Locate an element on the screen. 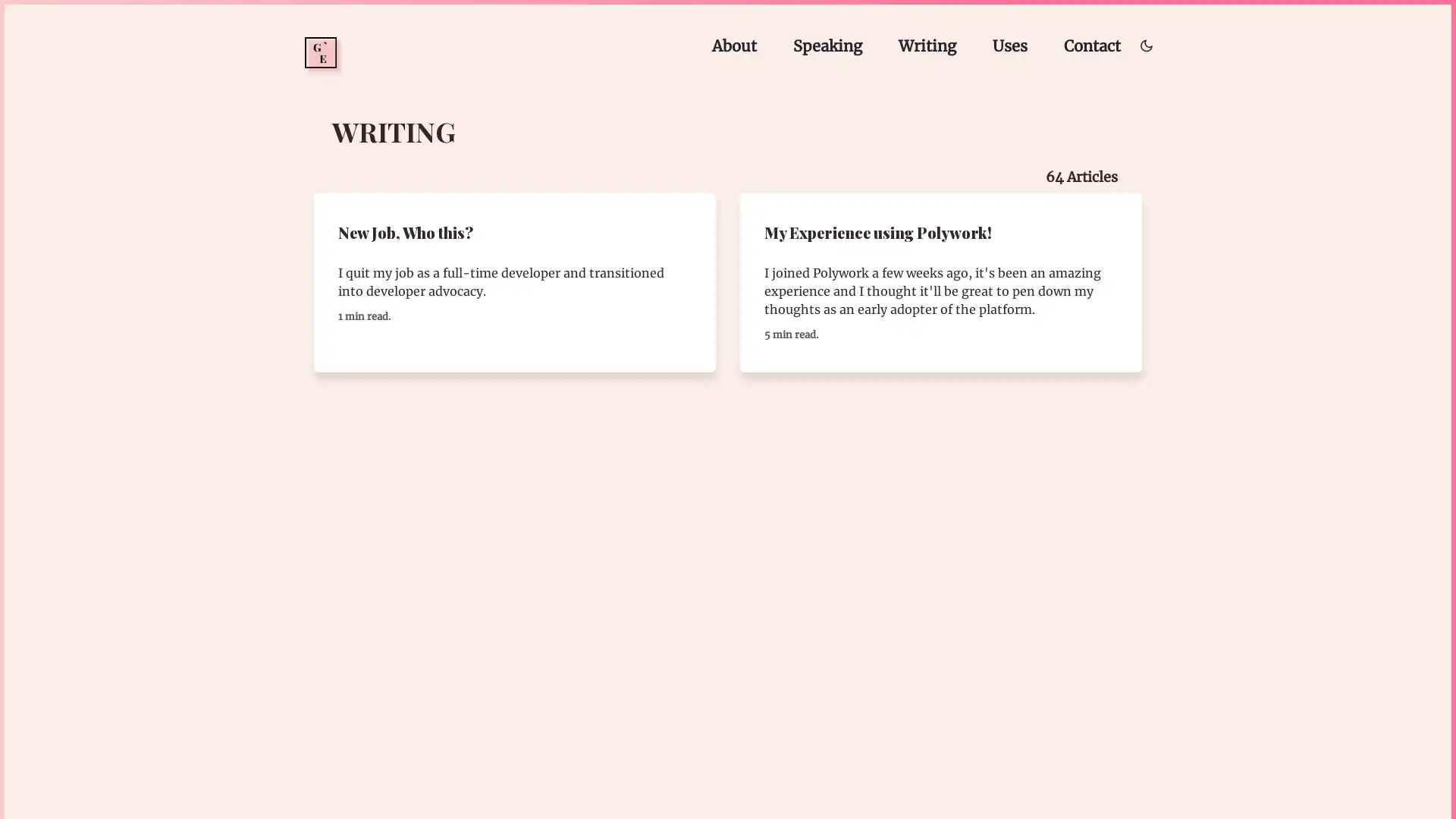  Toggle dark/light is located at coordinates (1147, 42).